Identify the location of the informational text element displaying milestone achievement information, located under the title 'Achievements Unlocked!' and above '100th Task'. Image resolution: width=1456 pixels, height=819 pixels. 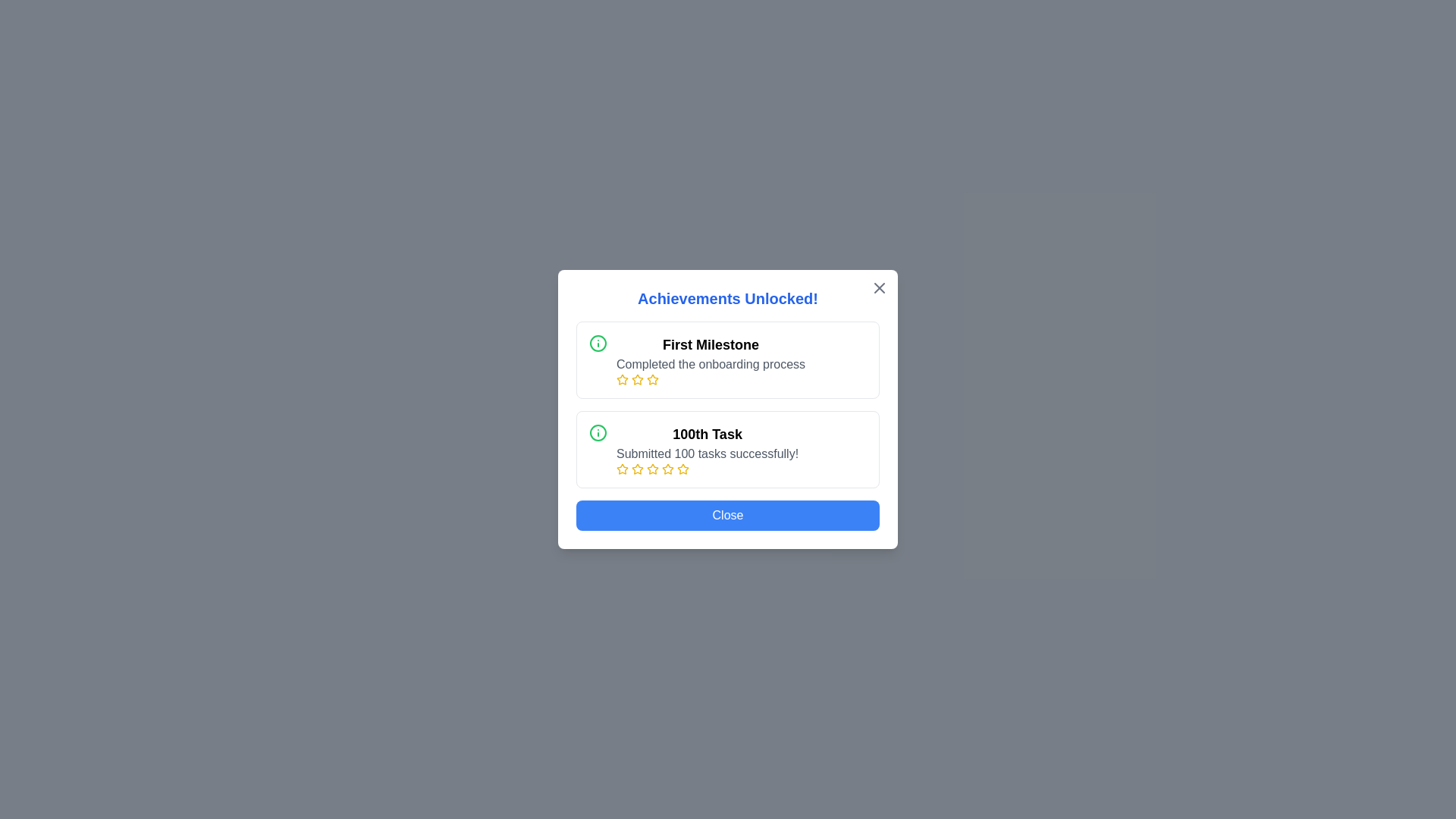
(710, 359).